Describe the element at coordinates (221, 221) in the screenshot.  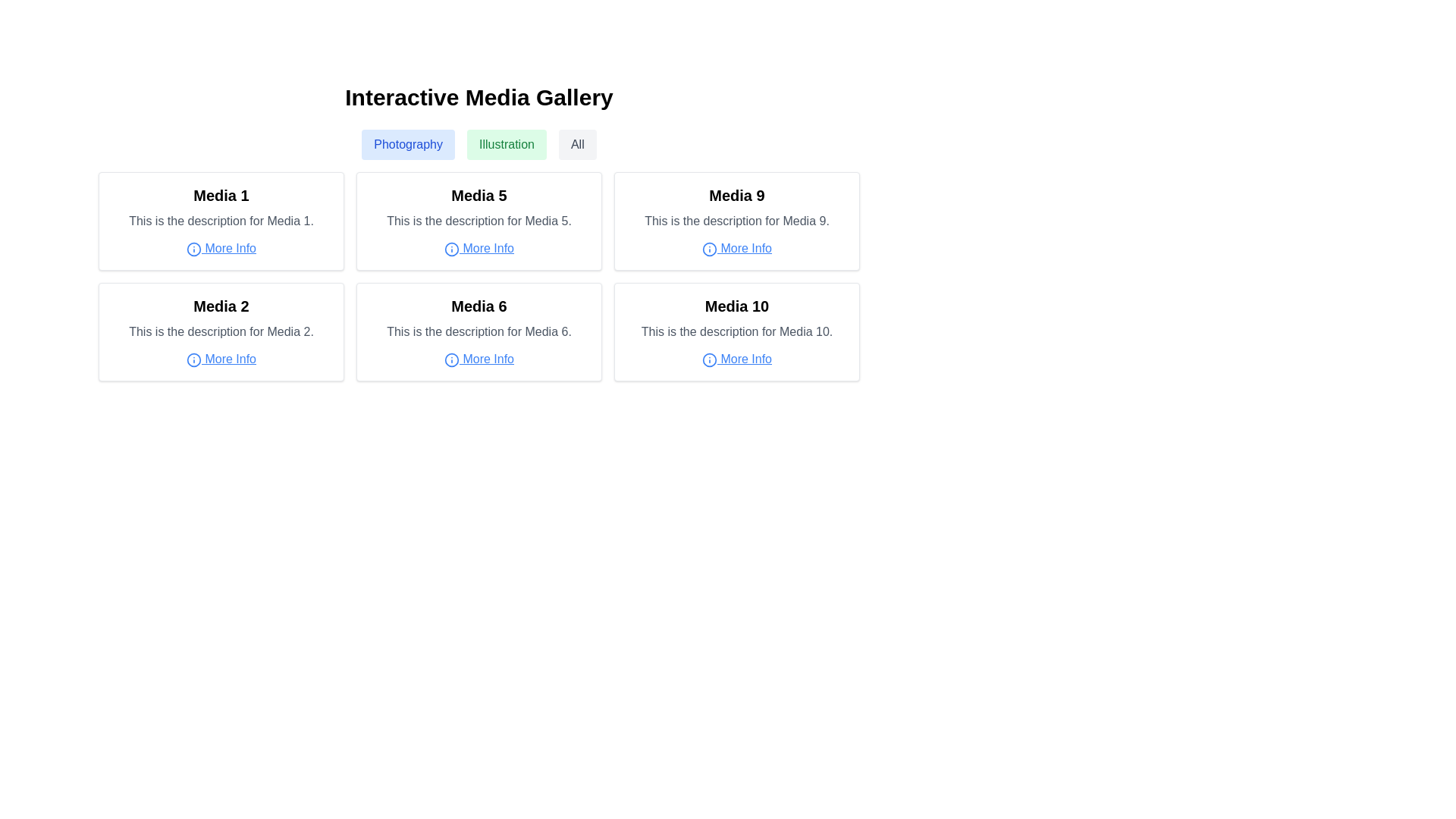
I see `the Text label that provides a brief description for the 'Media 1' item, located directly below the title in the box titled 'Media 1'` at that location.